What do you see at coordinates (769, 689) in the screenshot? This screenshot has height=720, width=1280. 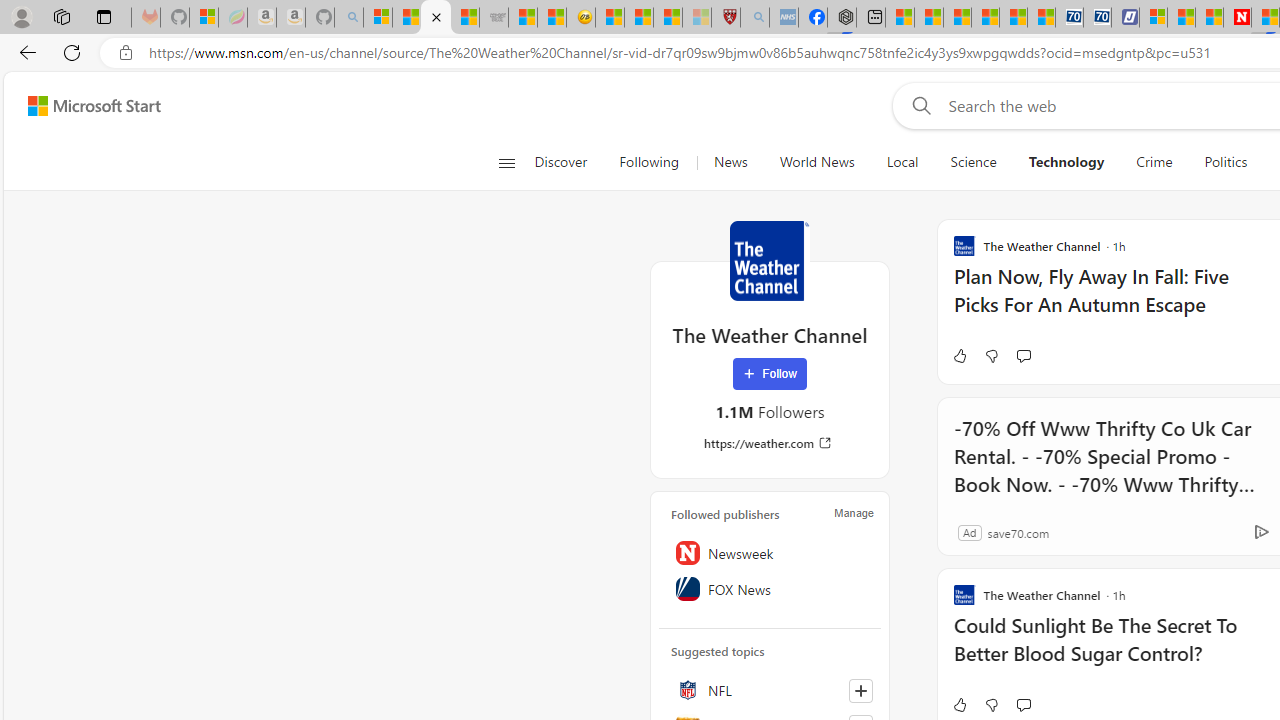 I see `'NFL'` at bounding box center [769, 689].